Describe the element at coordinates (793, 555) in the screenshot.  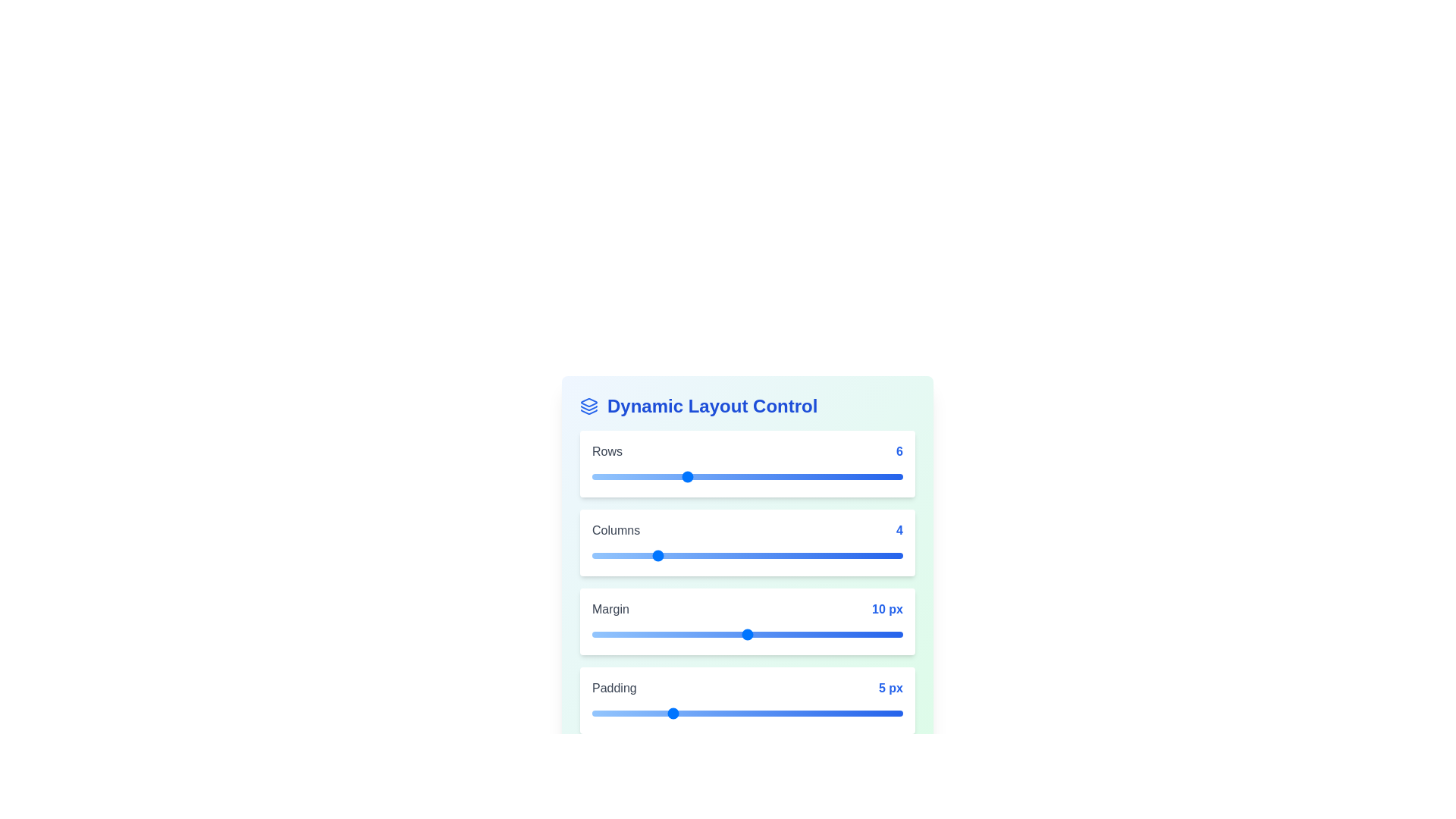
I see `the 'Columns' slider to 13` at that location.